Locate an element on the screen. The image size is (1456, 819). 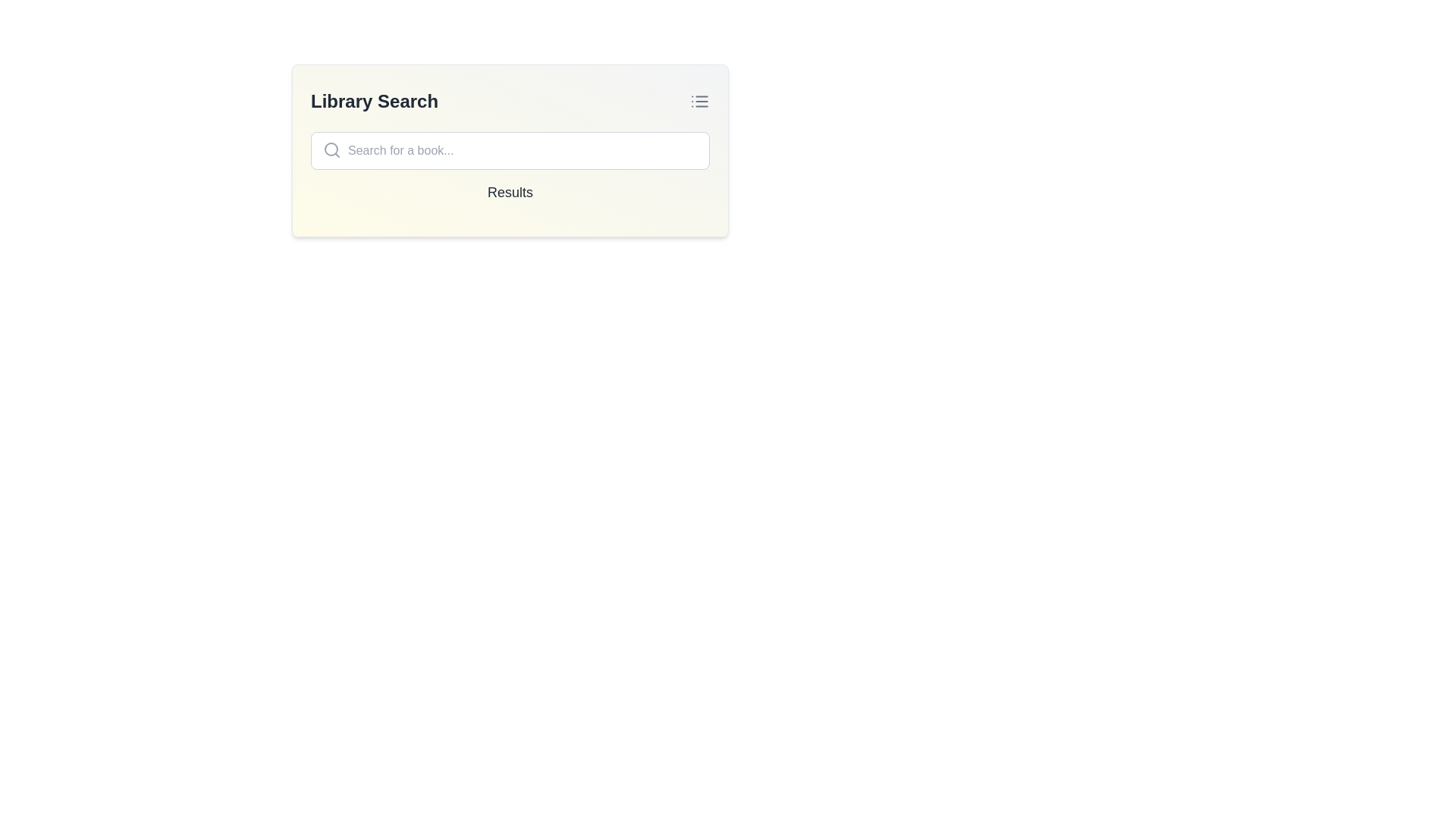
the search bar in the 'Library Search' section to focus on it is located at coordinates (510, 151).